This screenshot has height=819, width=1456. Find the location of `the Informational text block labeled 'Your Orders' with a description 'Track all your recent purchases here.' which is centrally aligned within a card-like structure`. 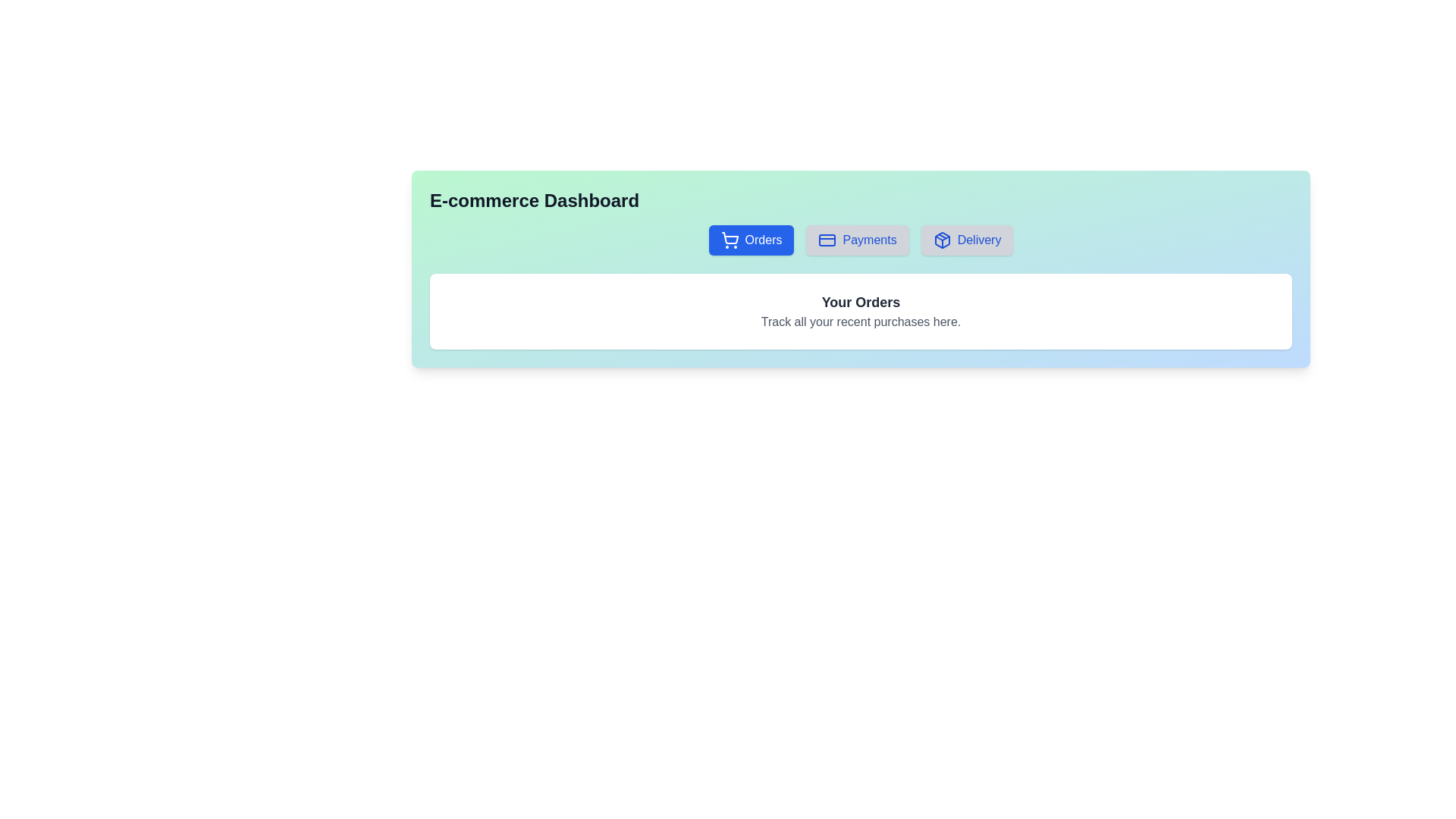

the Informational text block labeled 'Your Orders' with a description 'Track all your recent purchases here.' which is centrally aligned within a card-like structure is located at coordinates (861, 311).